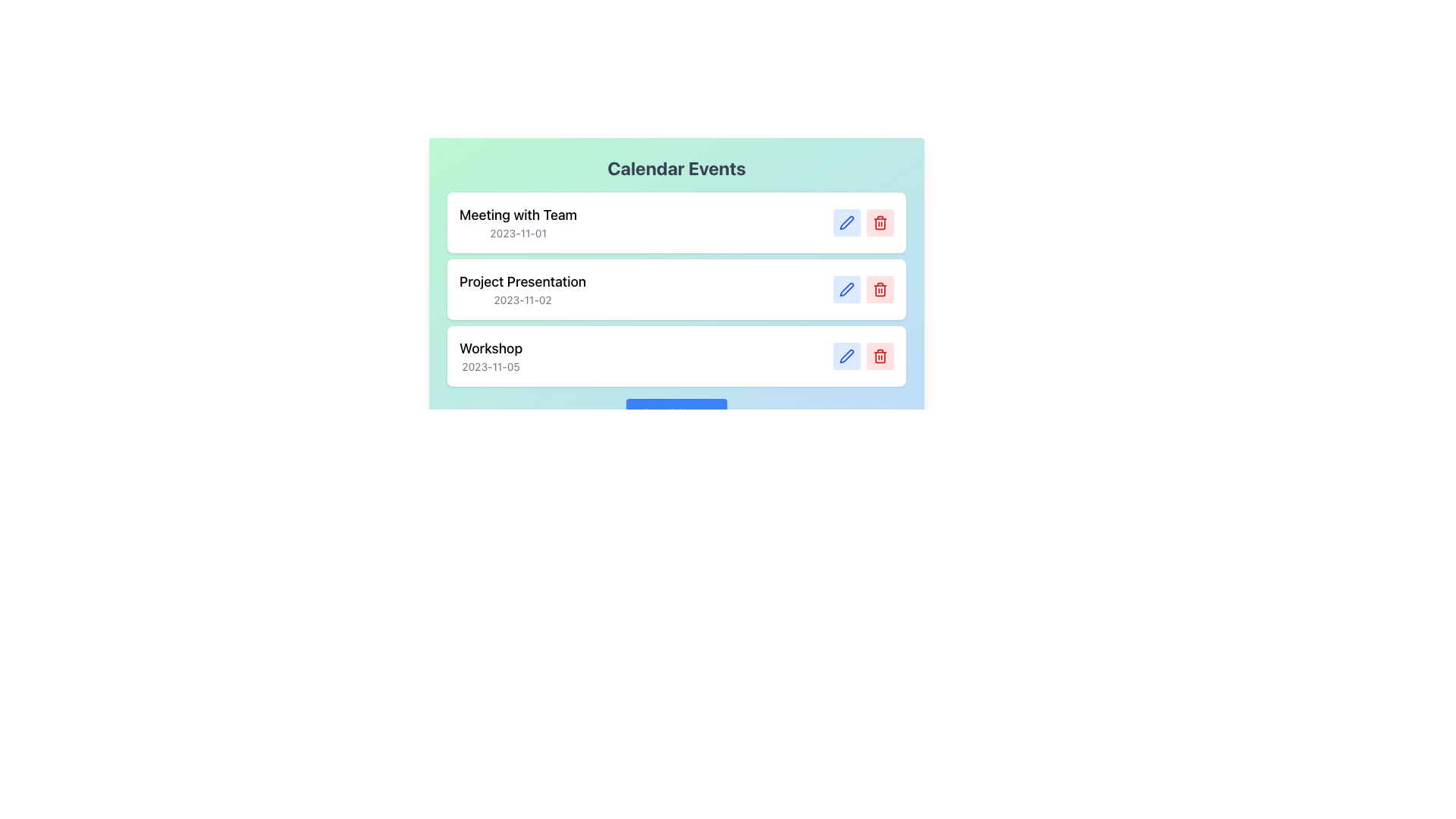  What do you see at coordinates (880, 223) in the screenshot?
I see `the central portion of the trash bin icon, which is a curved rectangular shape with a red fill color, located at the last position in a list of event options` at bounding box center [880, 223].